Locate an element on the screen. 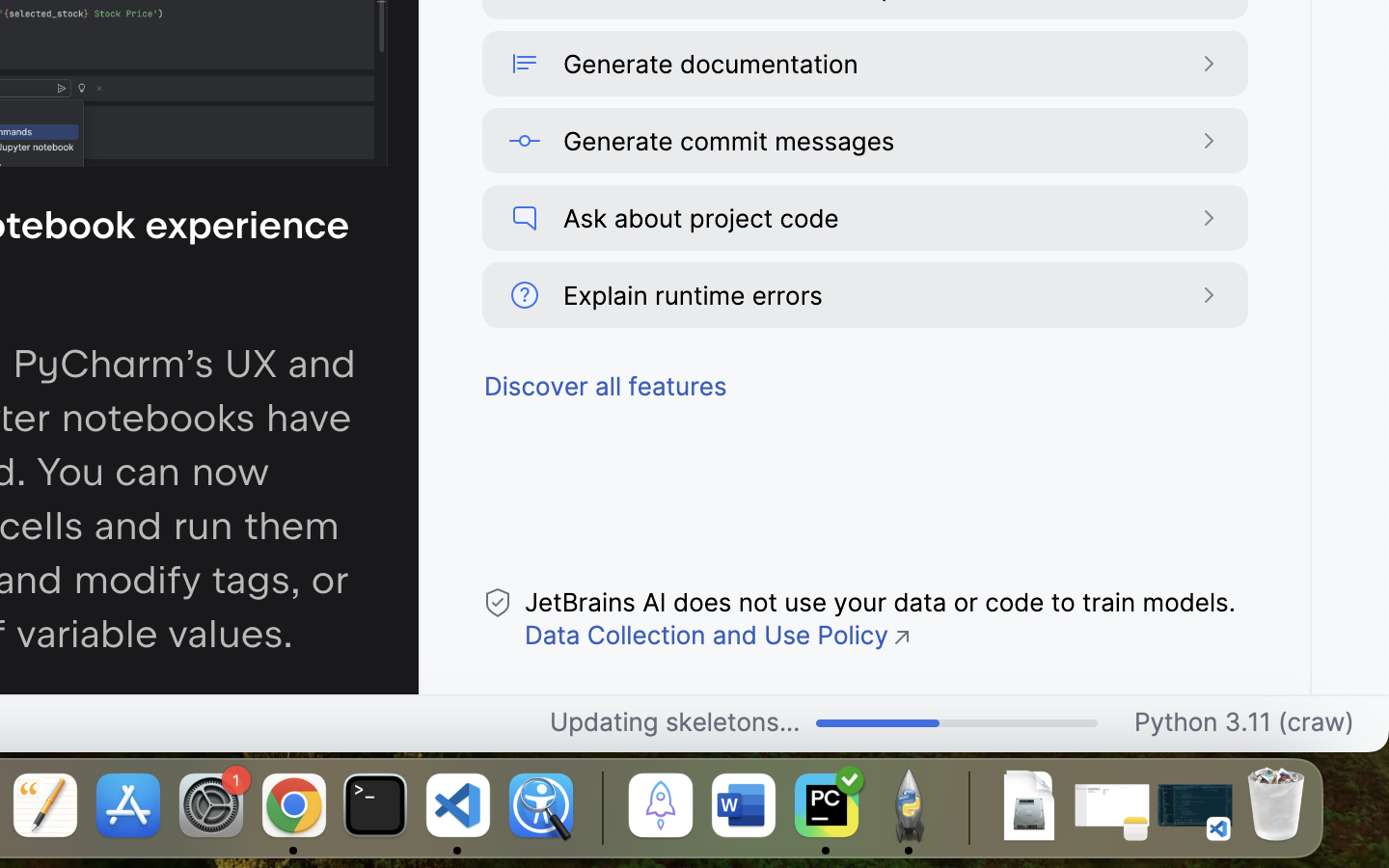  'Python 3.11 (craw)' is located at coordinates (1243, 722).